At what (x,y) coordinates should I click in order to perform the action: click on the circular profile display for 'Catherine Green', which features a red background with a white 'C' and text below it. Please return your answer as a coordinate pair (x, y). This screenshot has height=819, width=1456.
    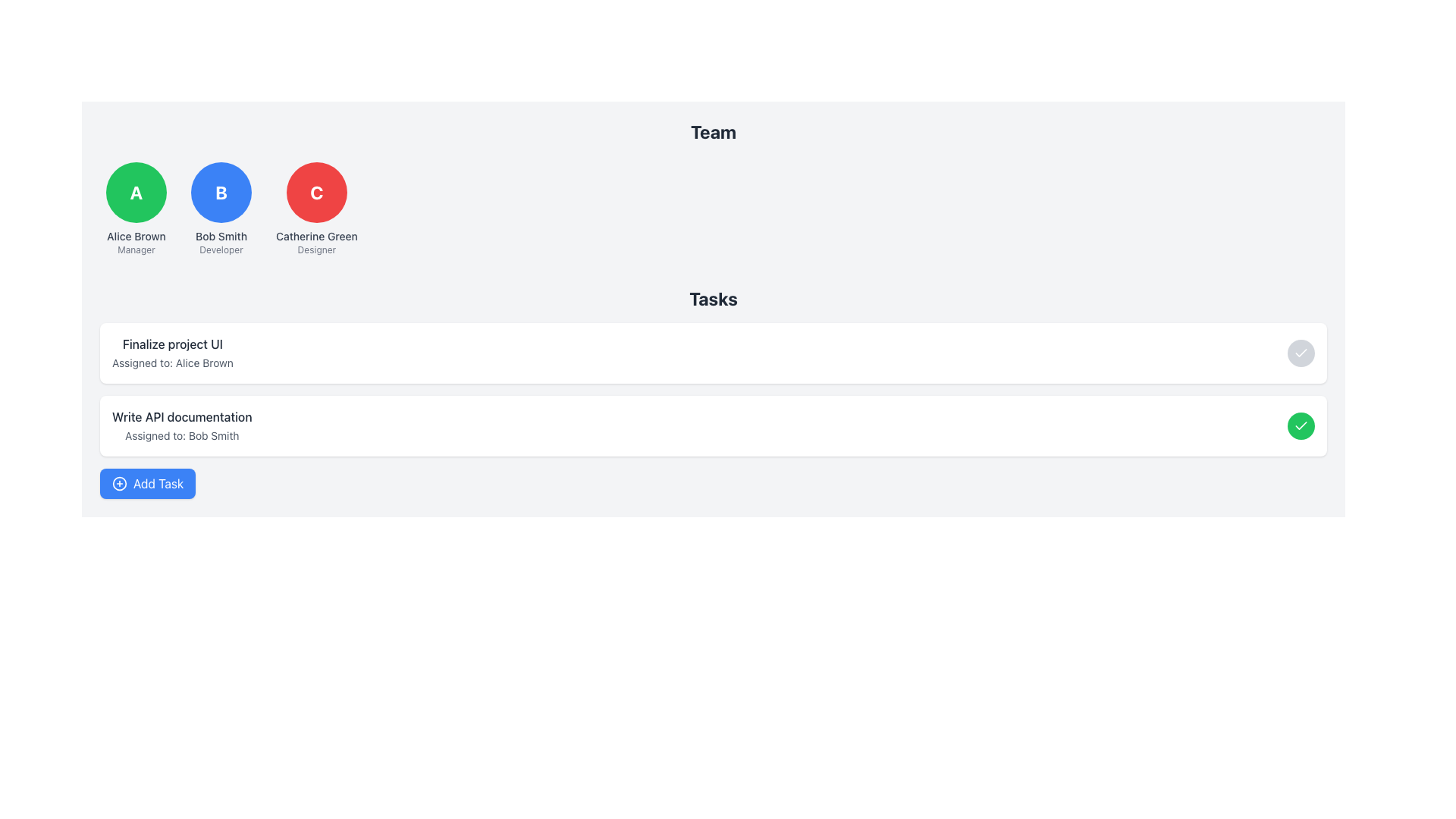
    Looking at the image, I should click on (315, 209).